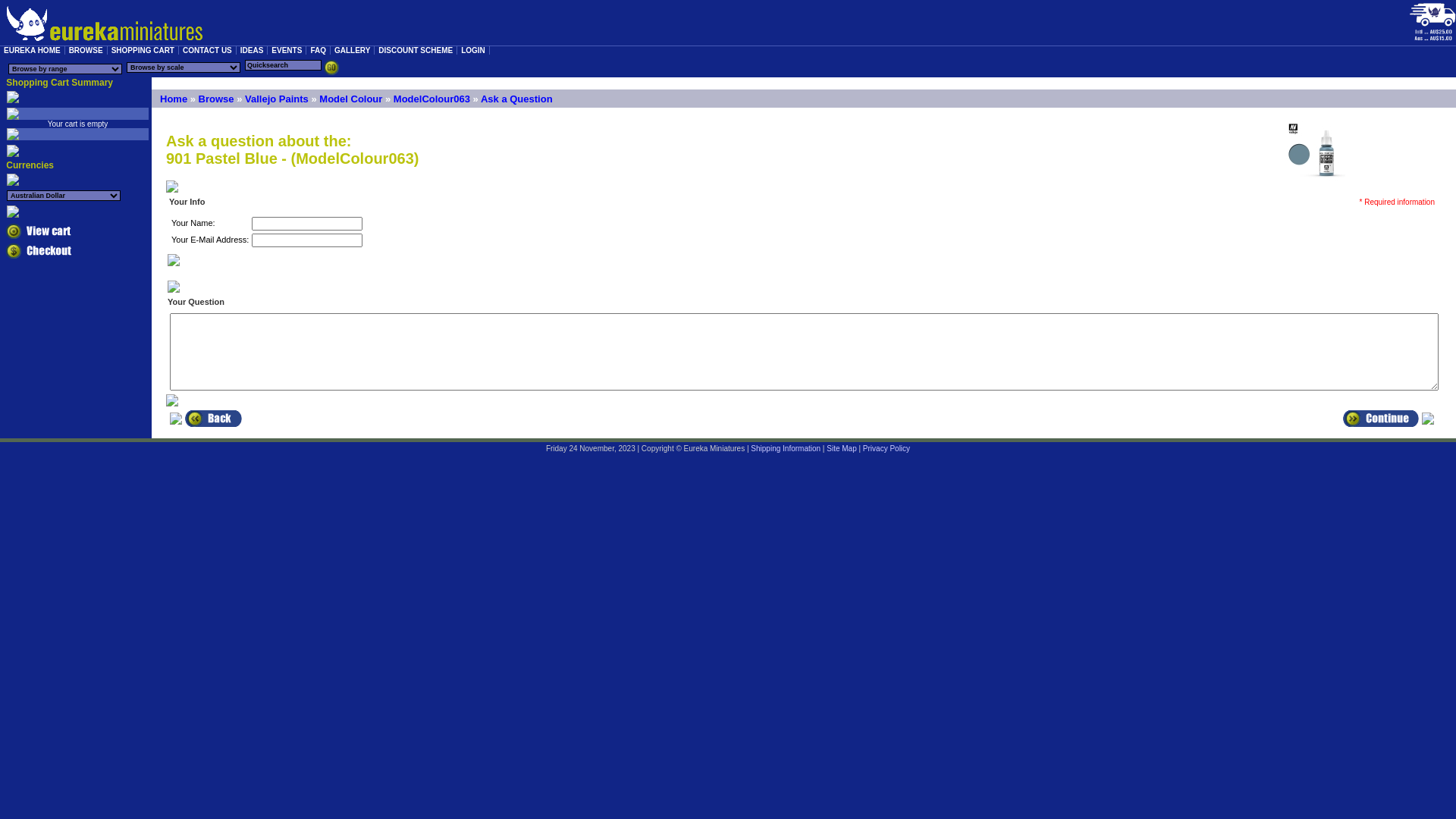  What do you see at coordinates (215, 98) in the screenshot?
I see `'Browse'` at bounding box center [215, 98].